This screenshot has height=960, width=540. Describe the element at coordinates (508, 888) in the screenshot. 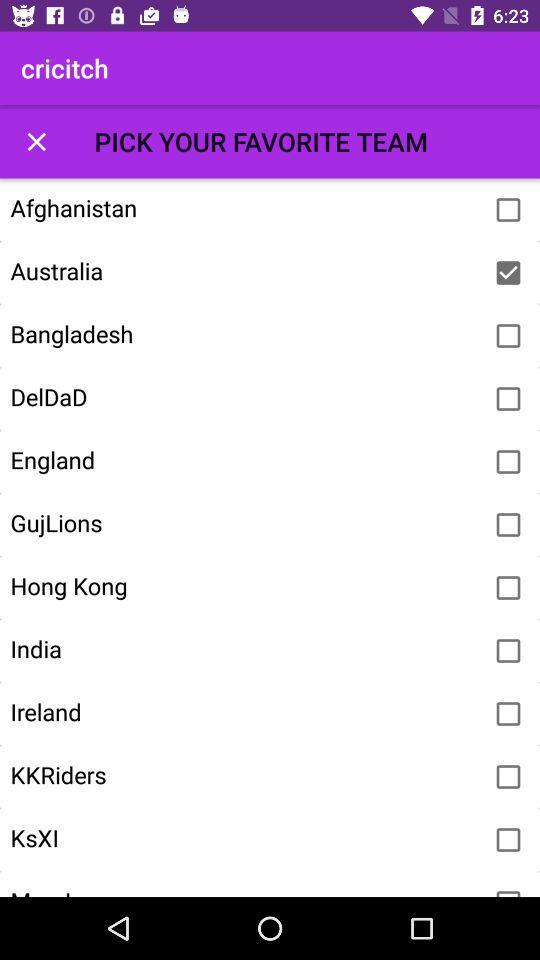

I see `checkbox for favorite team` at that location.